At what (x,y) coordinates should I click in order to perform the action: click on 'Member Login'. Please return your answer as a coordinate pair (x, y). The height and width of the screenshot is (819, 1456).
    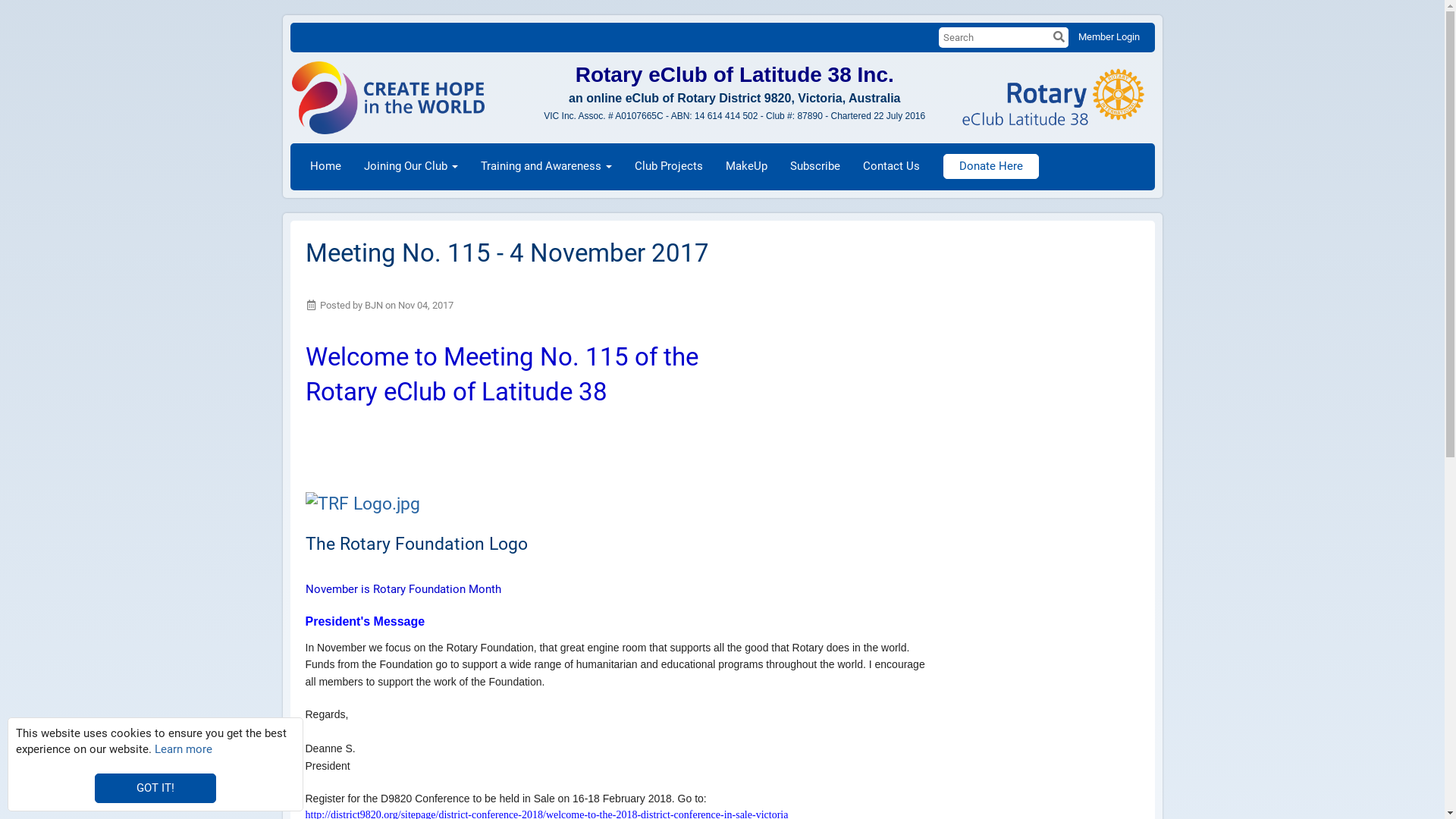
    Looking at the image, I should click on (1109, 36).